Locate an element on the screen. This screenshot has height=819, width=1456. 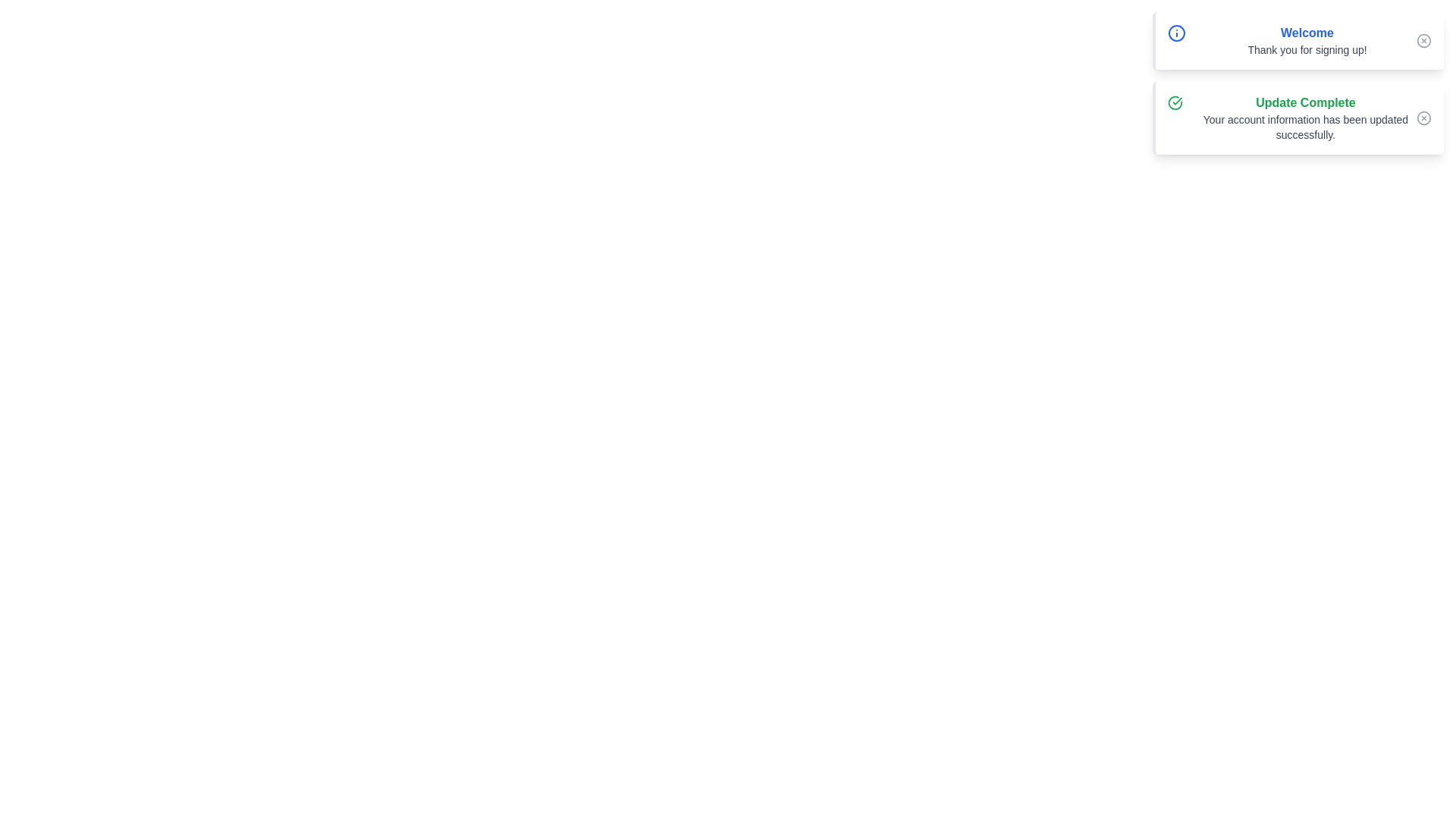
the circular icon with a green checkmark inside, which is part of the 'Update Complete' notification card positioned at the top-left corner of the card is located at coordinates (1175, 102).